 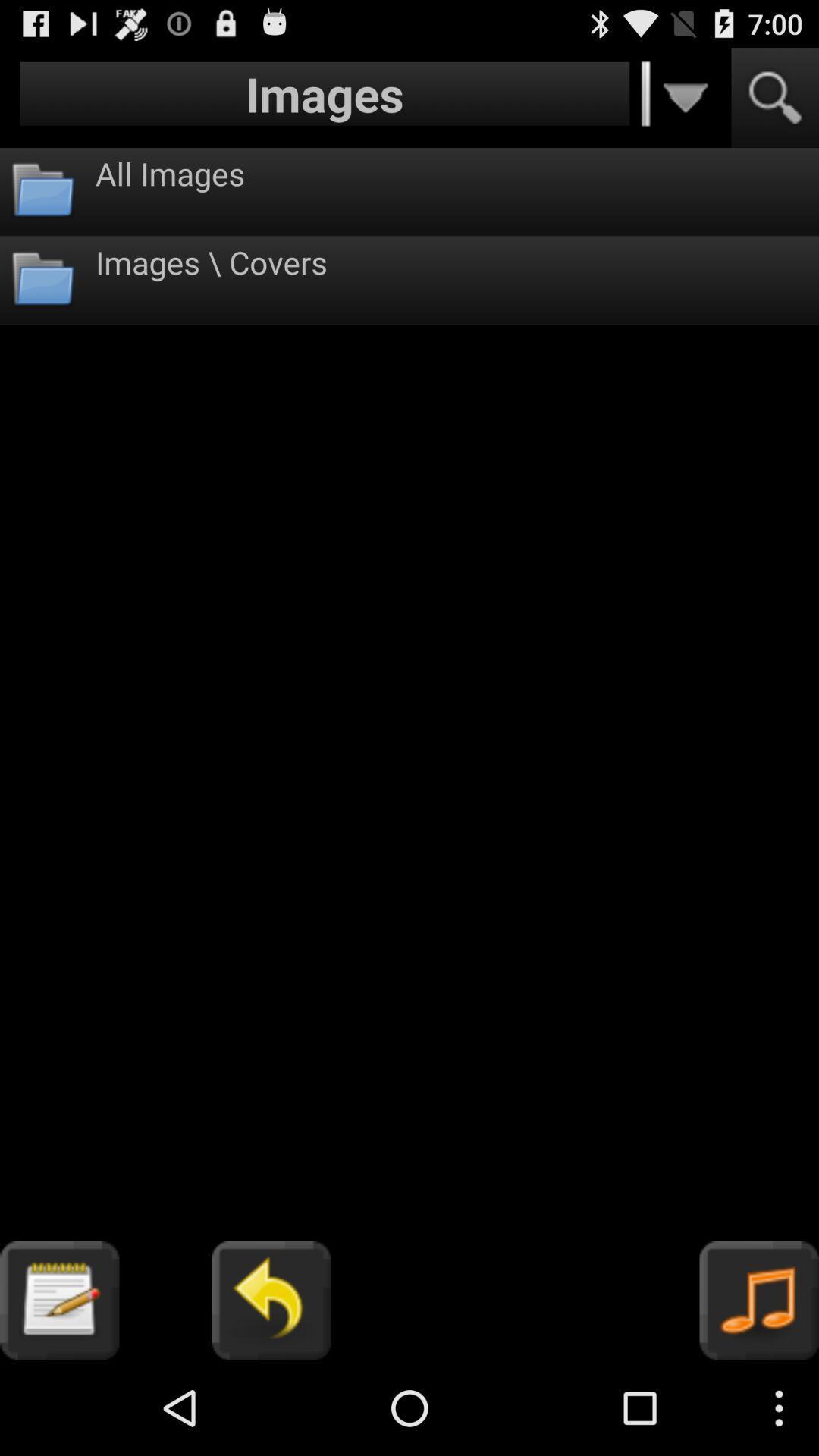 I want to click on the edit icon, so click(x=58, y=1392).